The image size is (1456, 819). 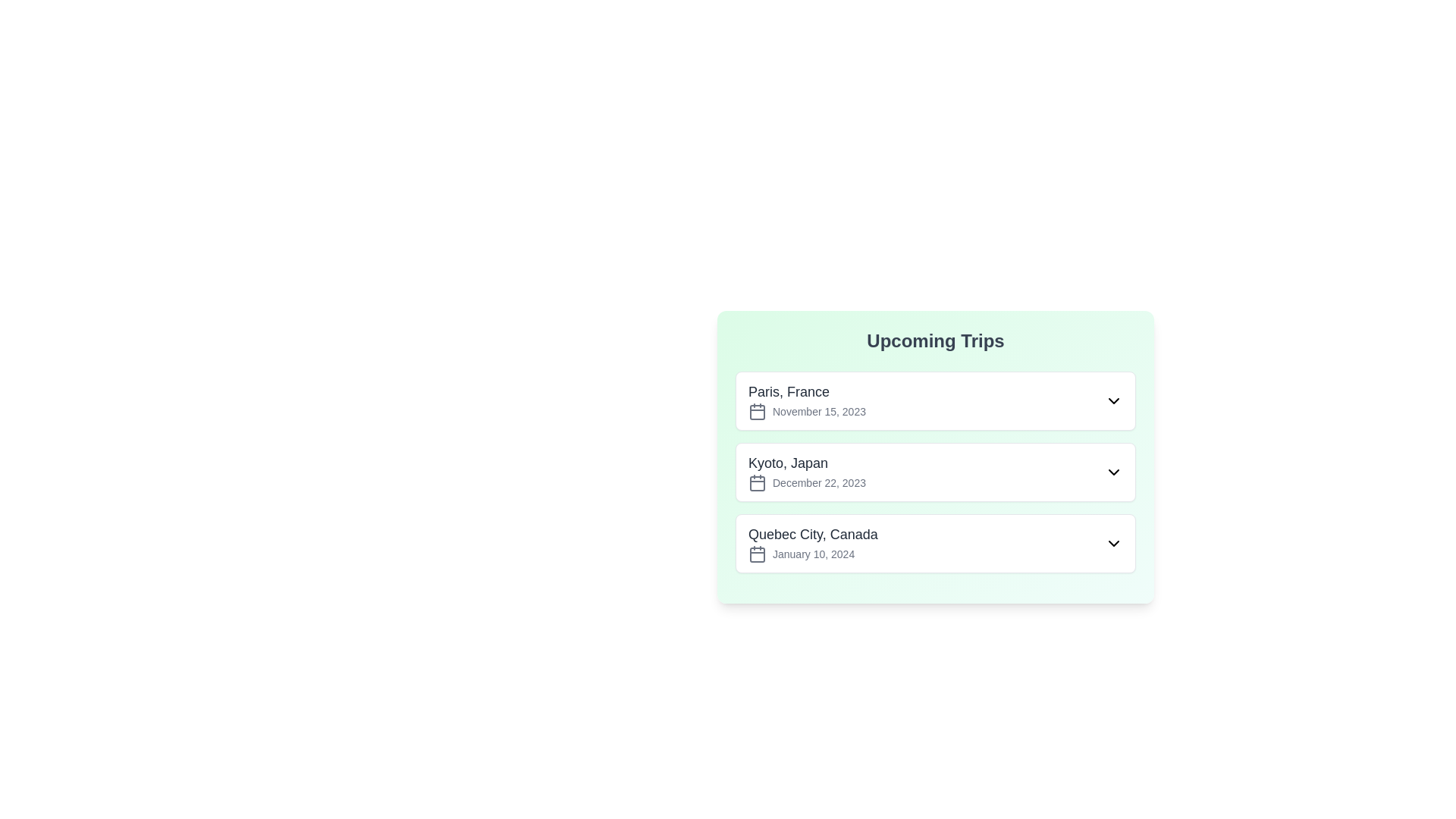 I want to click on the downward-facing chevron icon located to the far right of the 'Quebec City, Canada January 10, 2024' box in the 'Upcoming Trips' list, so click(x=1113, y=543).